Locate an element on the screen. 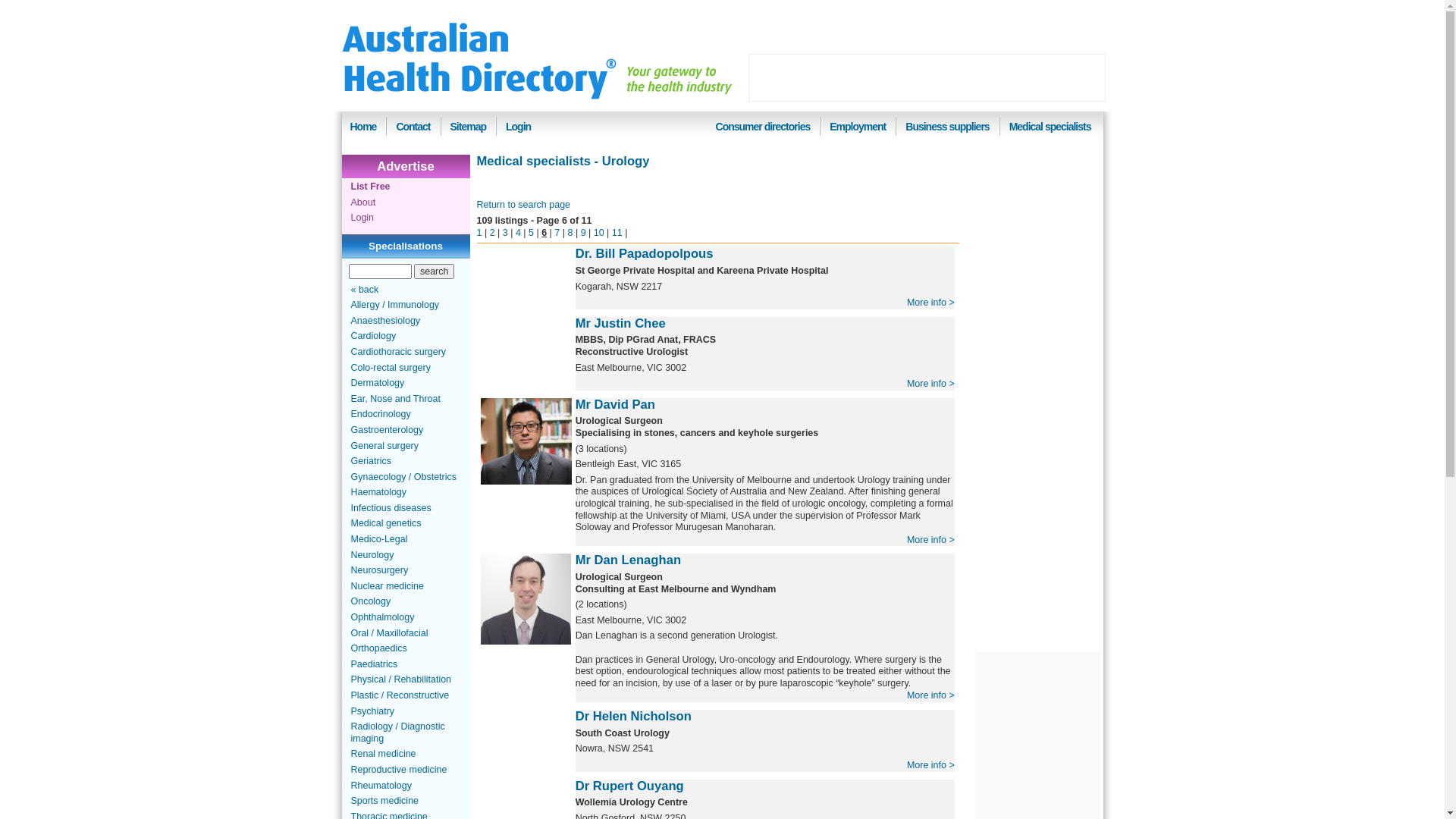  'Ophthalmology' is located at coordinates (382, 617).